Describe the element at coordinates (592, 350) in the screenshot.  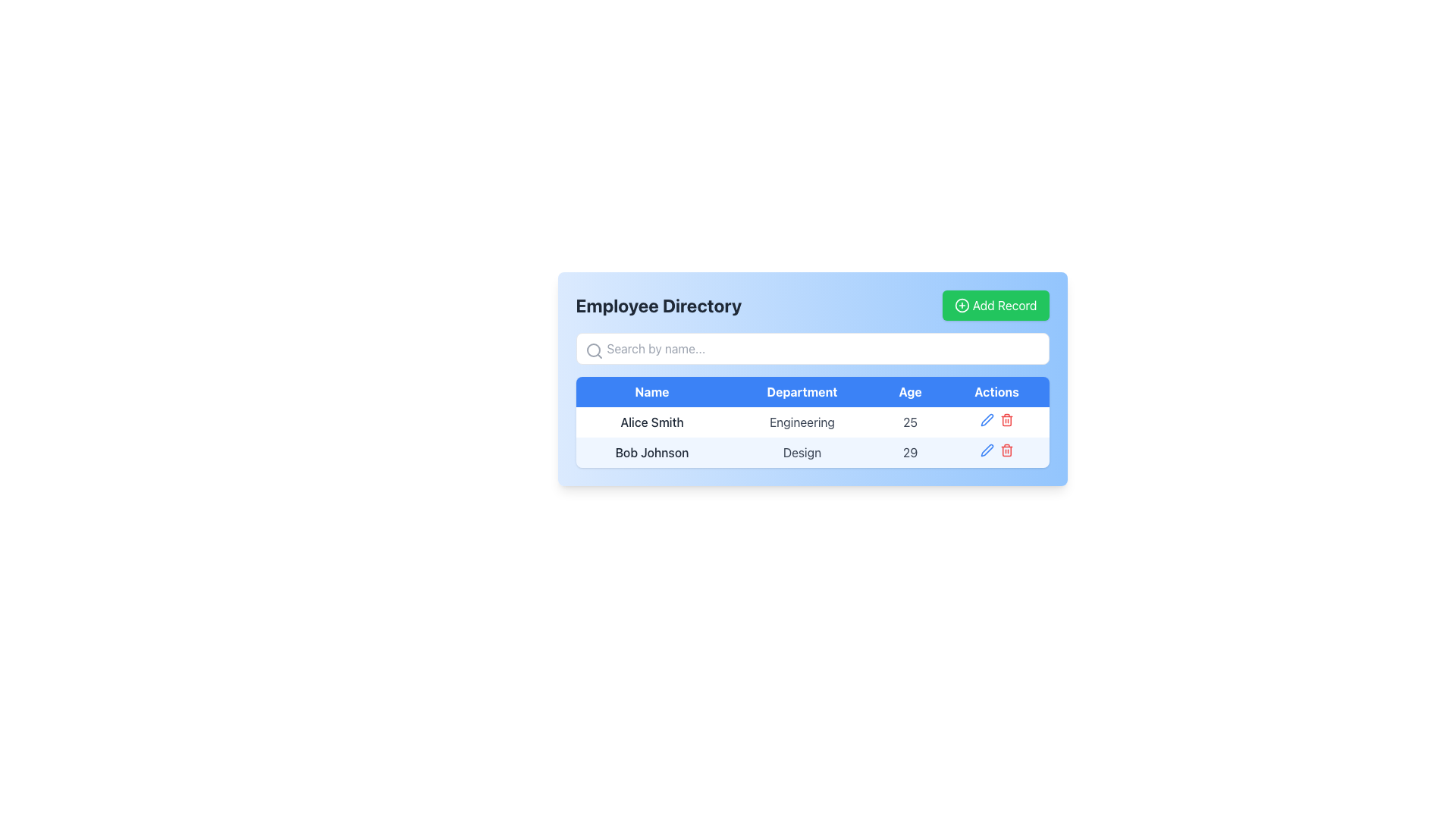
I see `the search input field associated with the circular central part of the magnifying glass icon located at the leftmost side of the search input box` at that location.